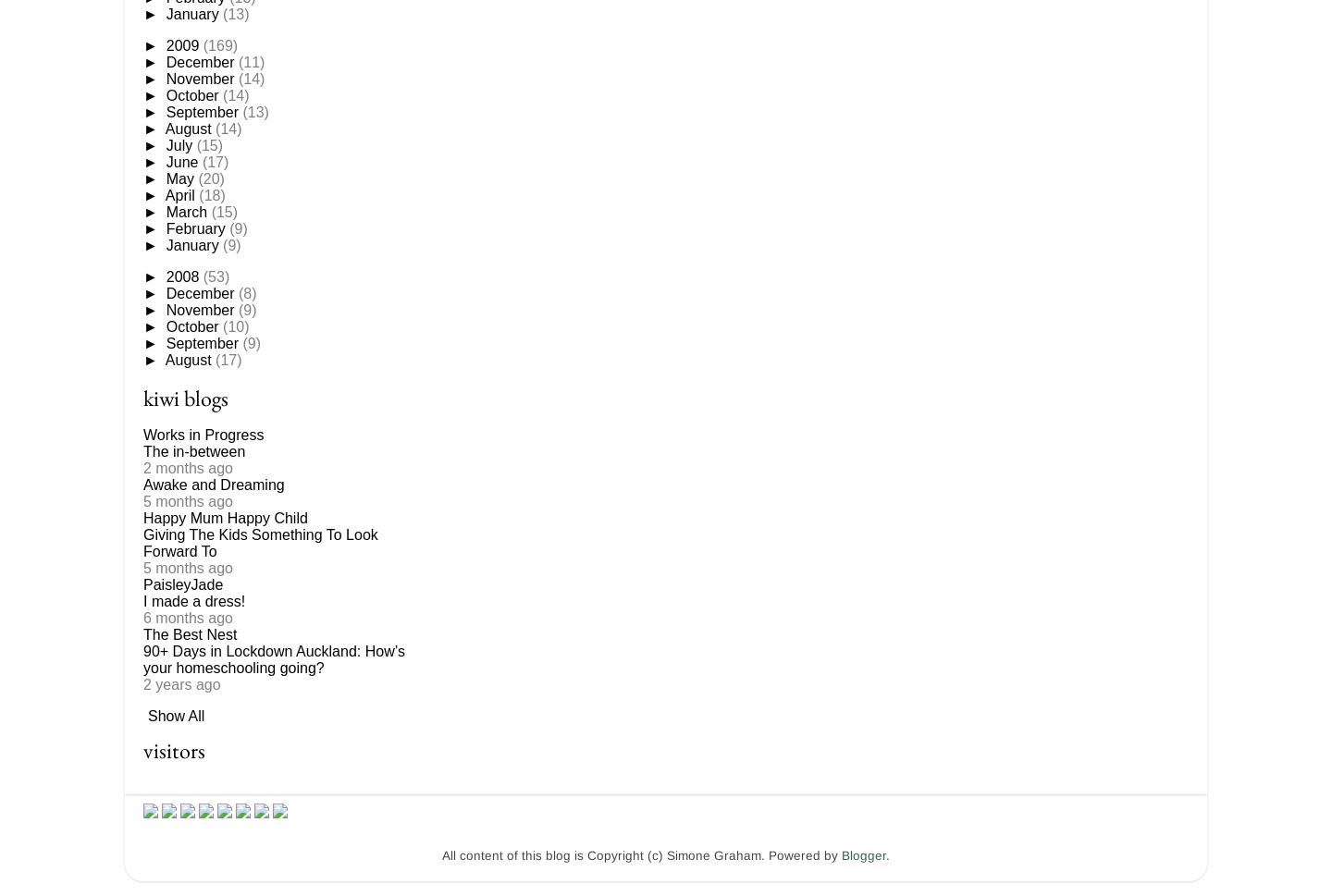 This screenshot has width=1332, height=896. What do you see at coordinates (224, 518) in the screenshot?
I see `'Happy Mum Happy Child'` at bounding box center [224, 518].